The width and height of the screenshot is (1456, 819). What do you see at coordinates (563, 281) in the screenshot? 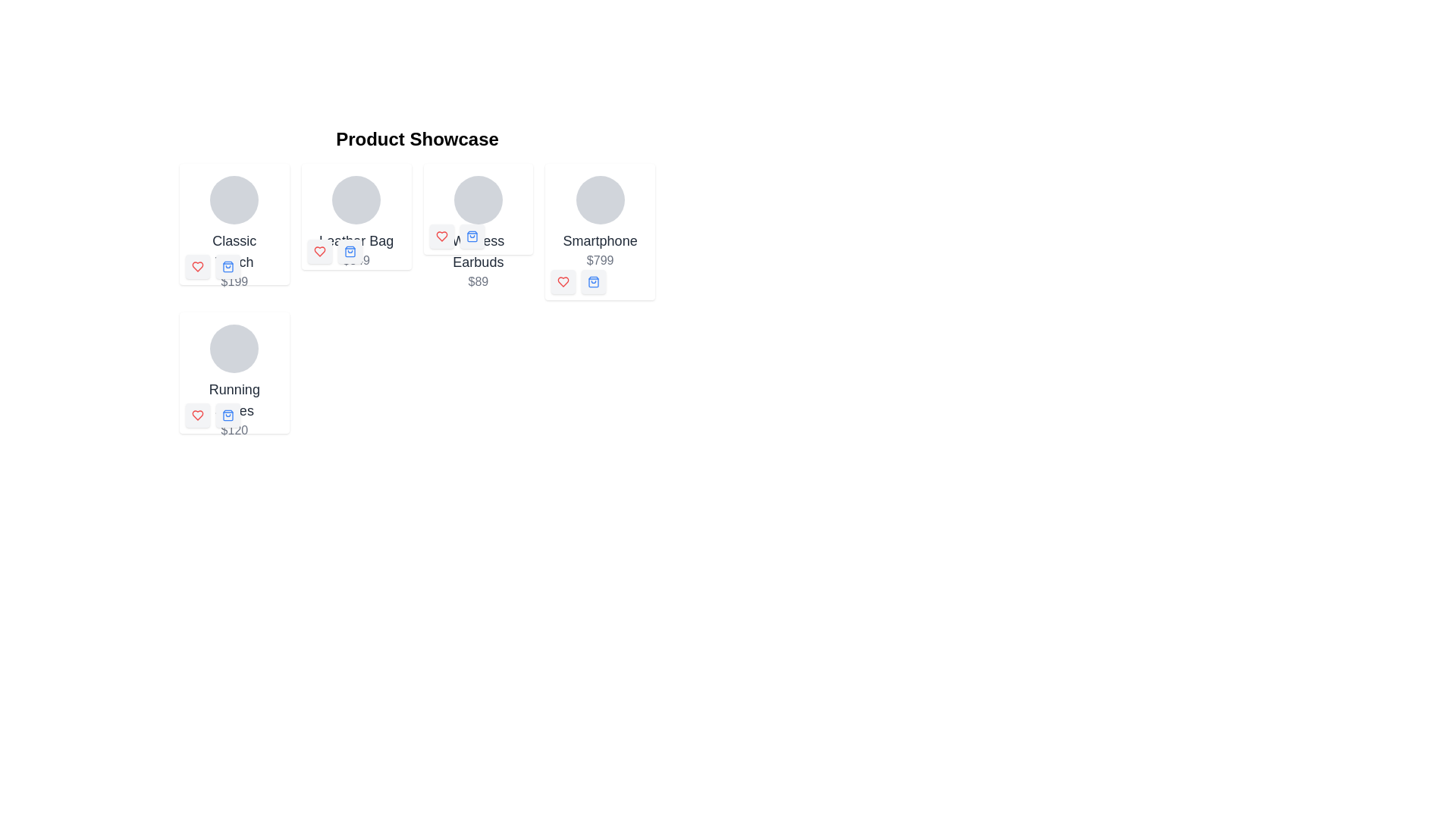
I see `the heart-shaped icon filled with red located in the bottom-left corner of the product card labeled 'Smartphone'` at bounding box center [563, 281].